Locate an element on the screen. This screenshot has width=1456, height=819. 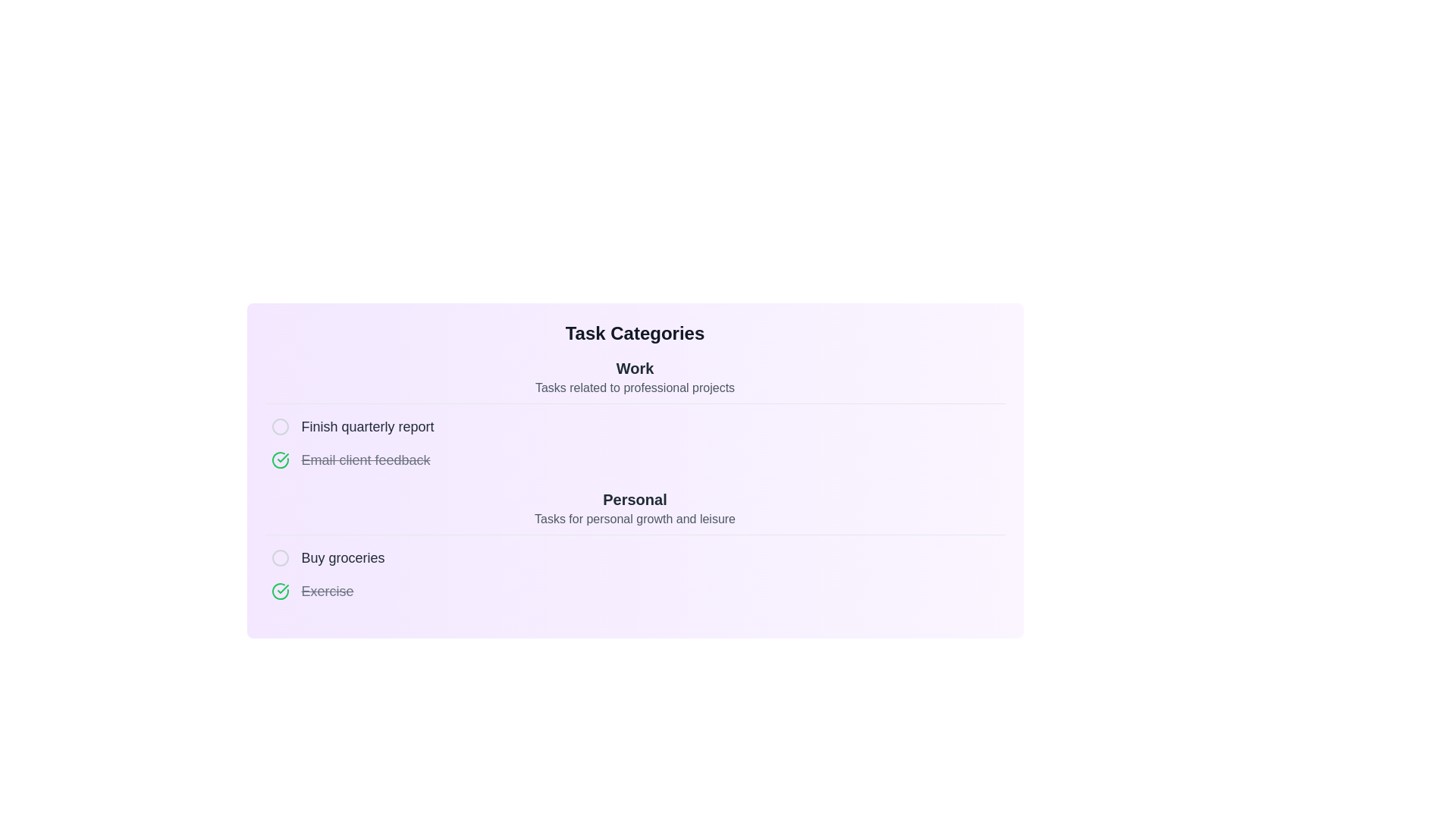
the green checkmark icon within the SVG graphic that indicates a completed task, located next to the text 'Exercise' in the 'Personal' task category section is located at coordinates (283, 457).